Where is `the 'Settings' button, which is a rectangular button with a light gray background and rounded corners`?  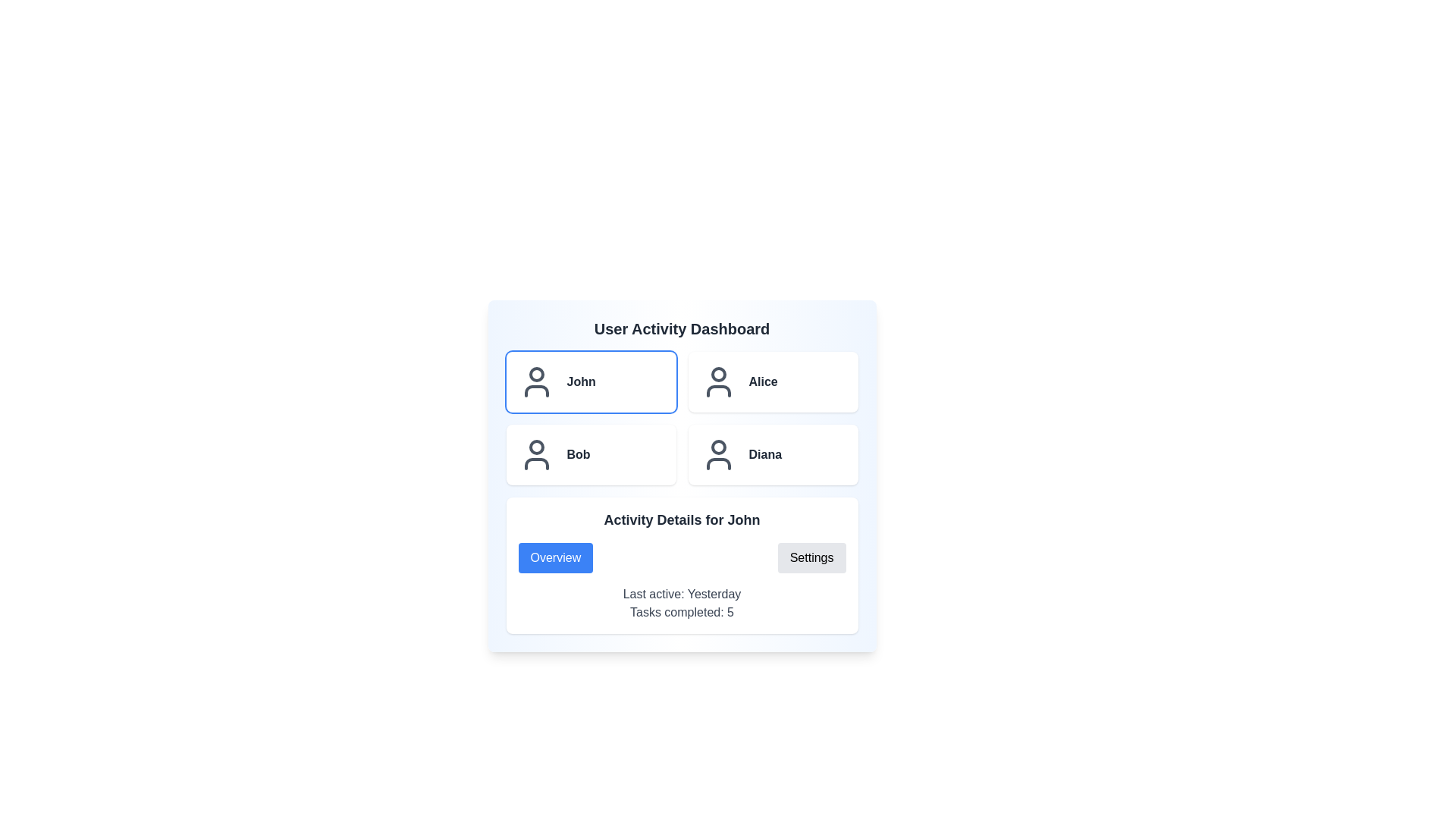 the 'Settings' button, which is a rectangular button with a light gray background and rounded corners is located at coordinates (811, 558).